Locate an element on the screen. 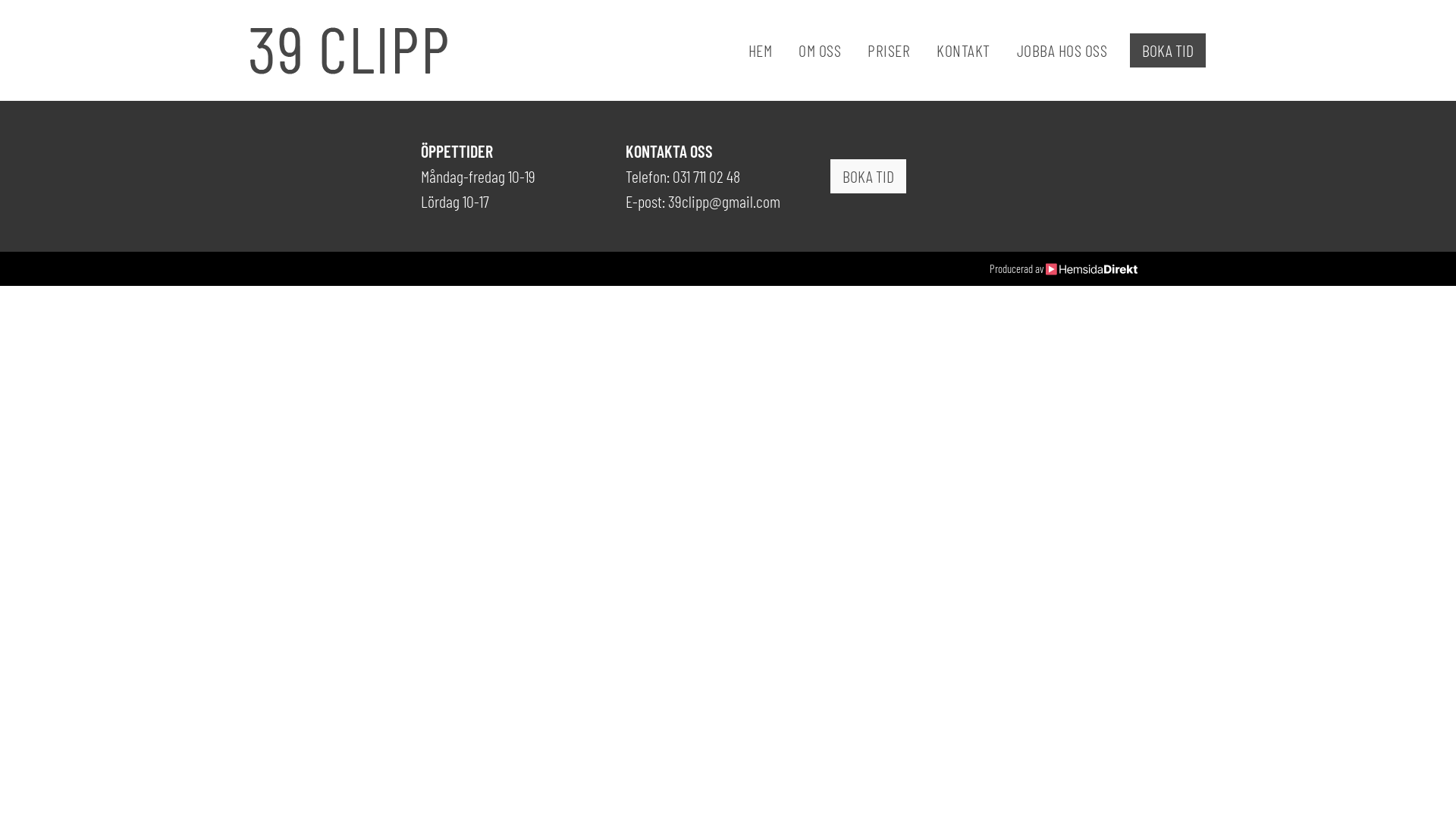 This screenshot has height=819, width=1456. 'BOKA TID' is located at coordinates (1167, 49).